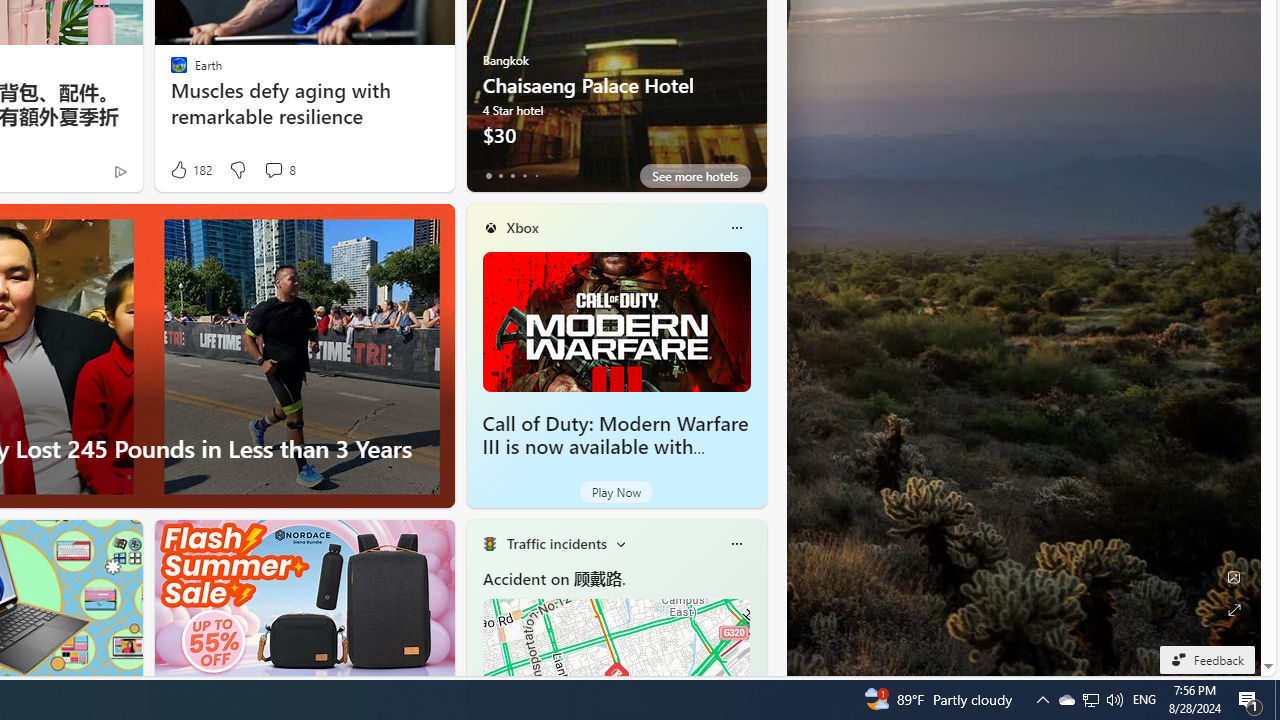  I want to click on 'View comments 8 Comment', so click(272, 168).